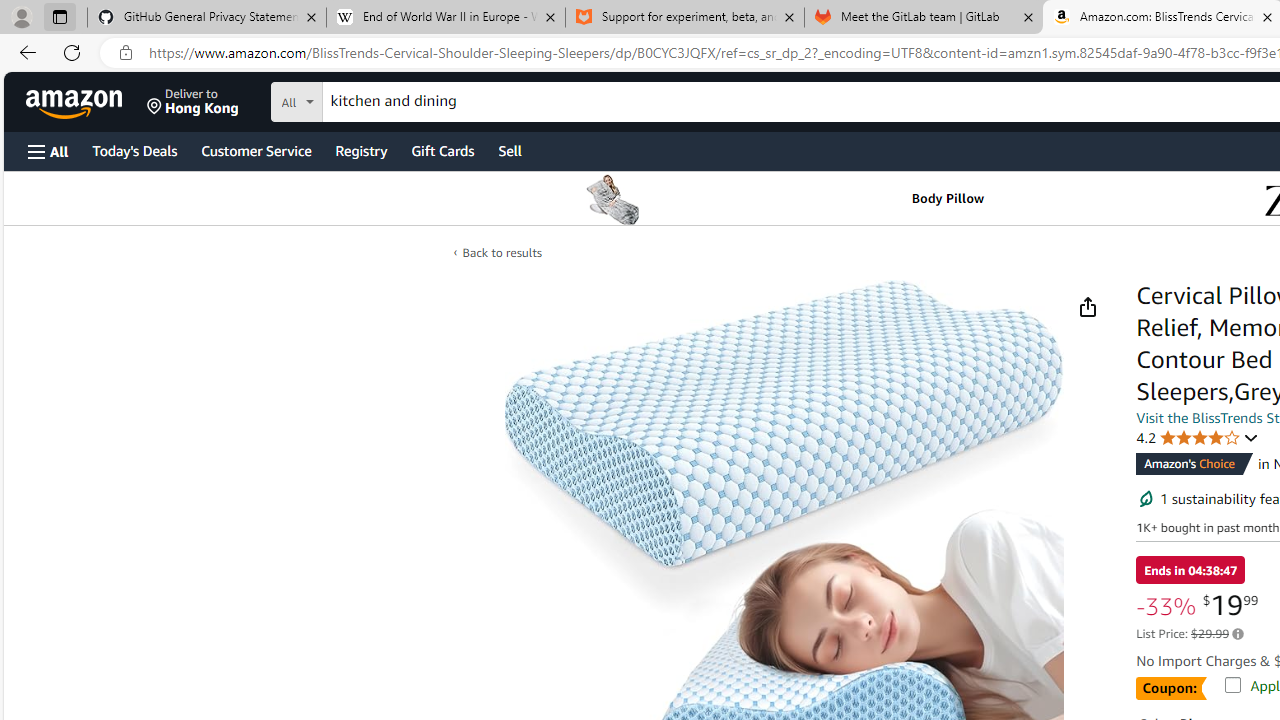 Image resolution: width=1280 pixels, height=720 pixels. What do you see at coordinates (1146, 497) in the screenshot?
I see `'Sustainability features'` at bounding box center [1146, 497].